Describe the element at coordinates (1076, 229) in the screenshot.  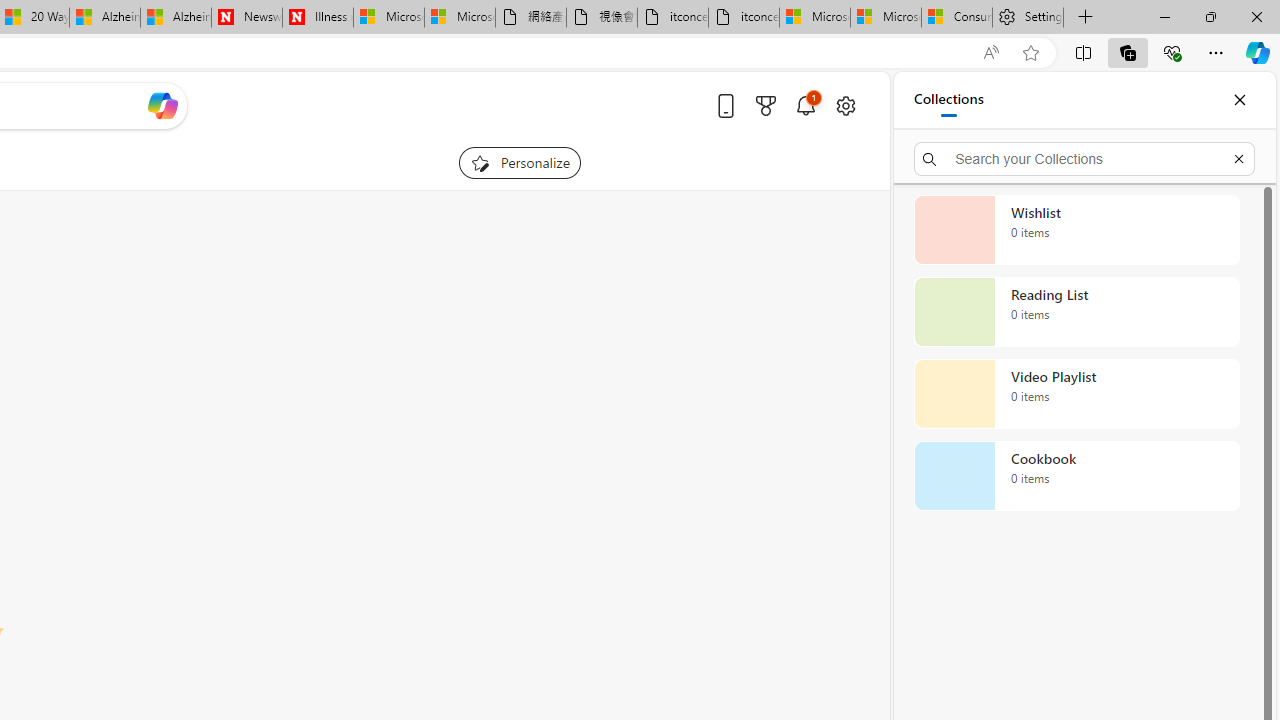
I see `'Wishlist collection, 0 items'` at that location.